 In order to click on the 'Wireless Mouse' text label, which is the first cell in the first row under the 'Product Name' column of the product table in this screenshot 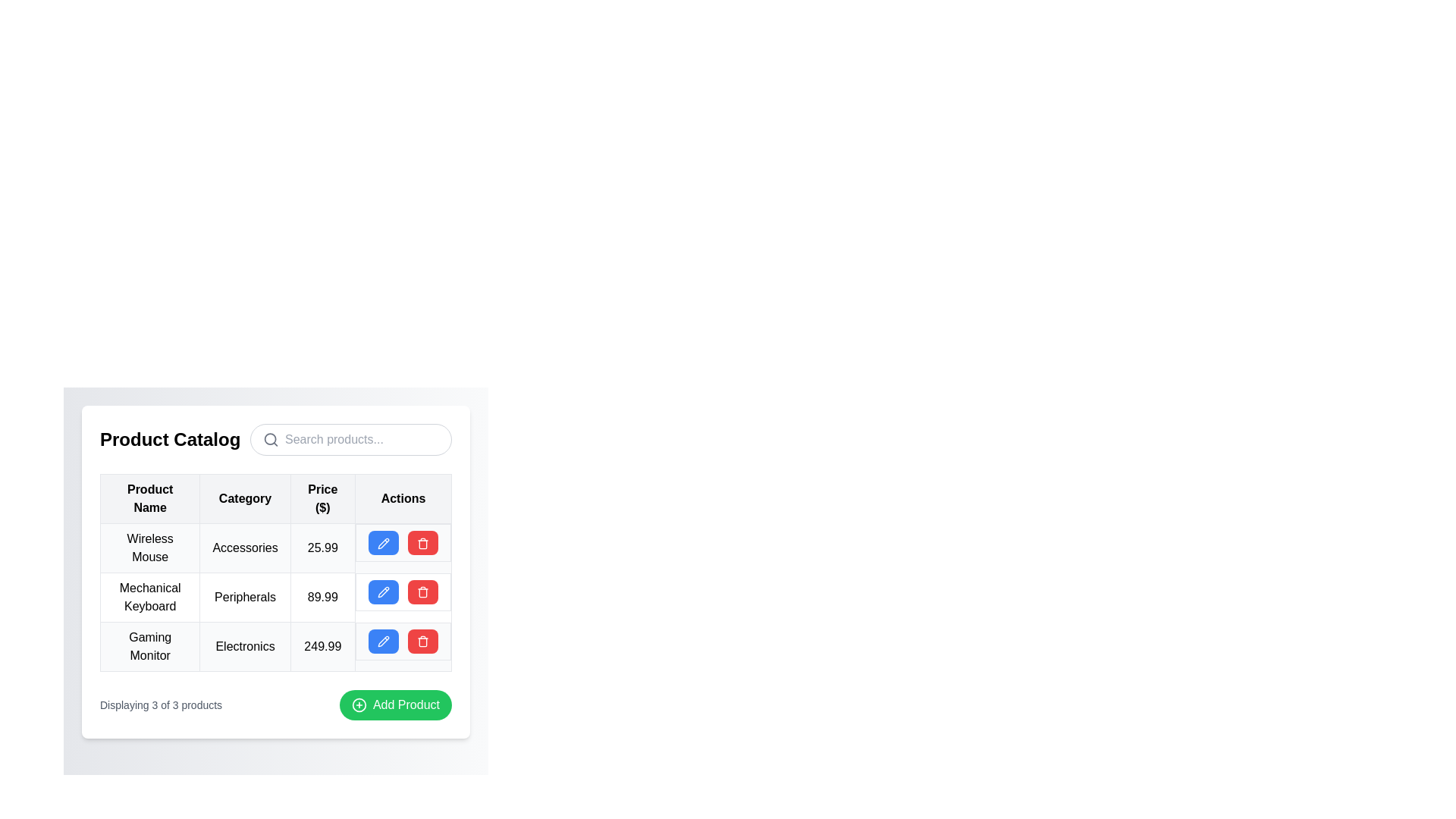, I will do `click(150, 548)`.